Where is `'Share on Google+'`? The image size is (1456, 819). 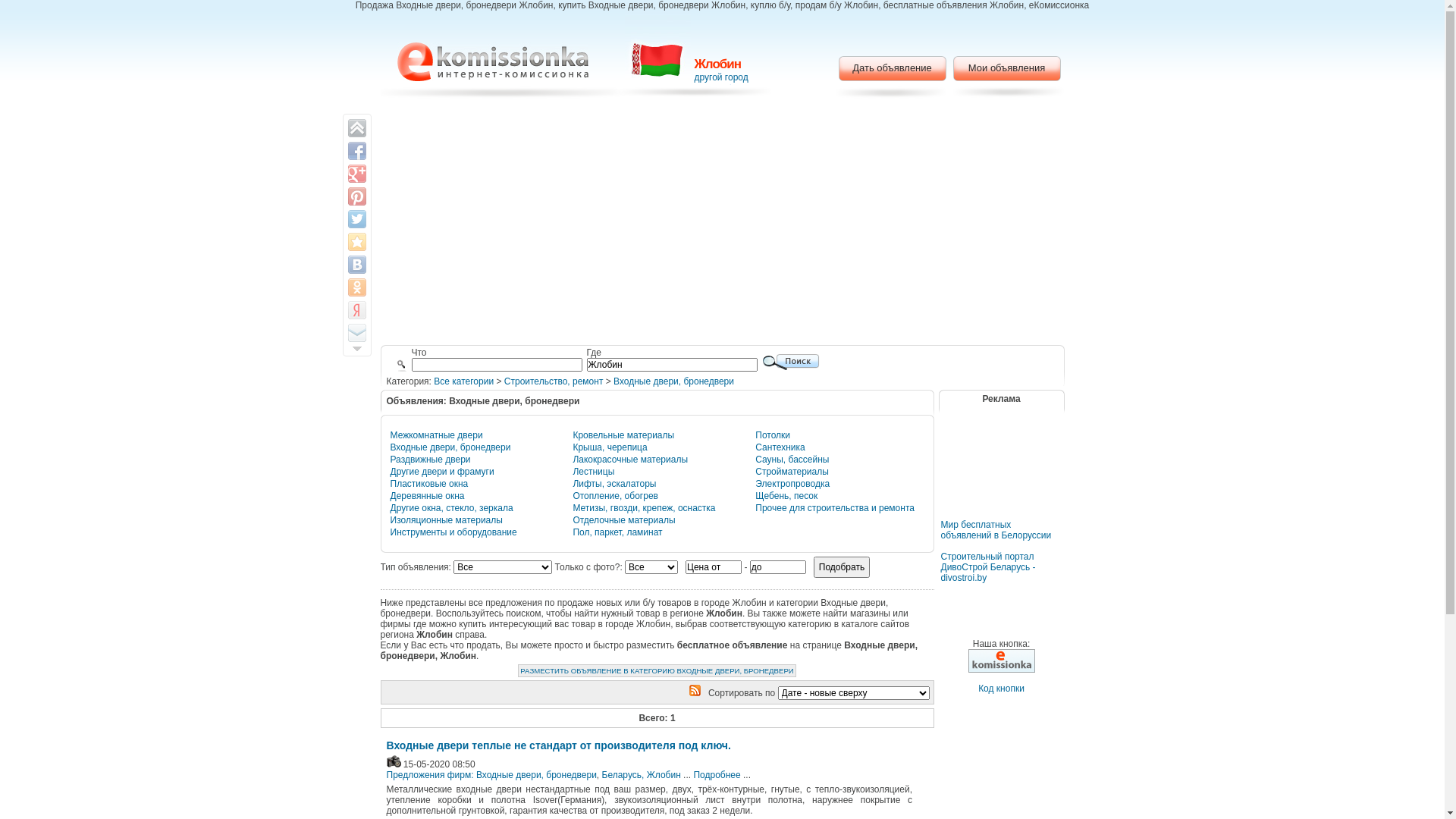 'Share on Google+' is located at coordinates (356, 172).